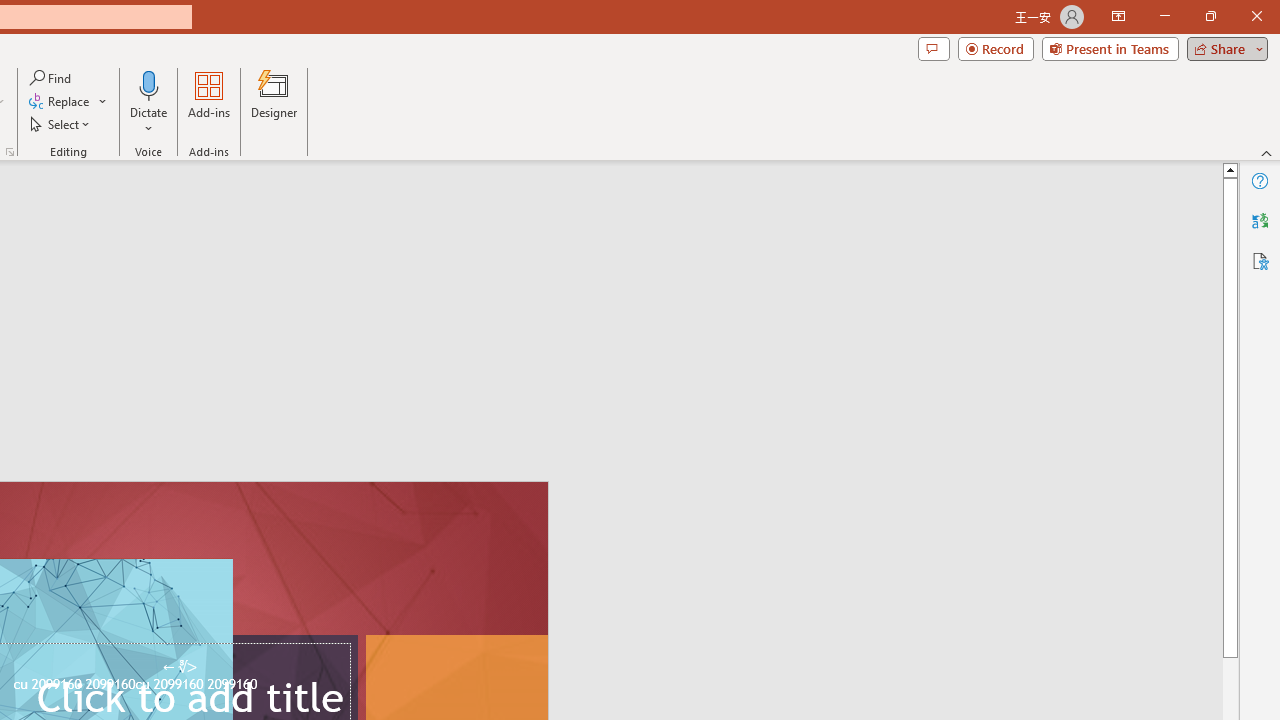 This screenshot has height=720, width=1280. I want to click on 'Format Object...', so click(10, 150).